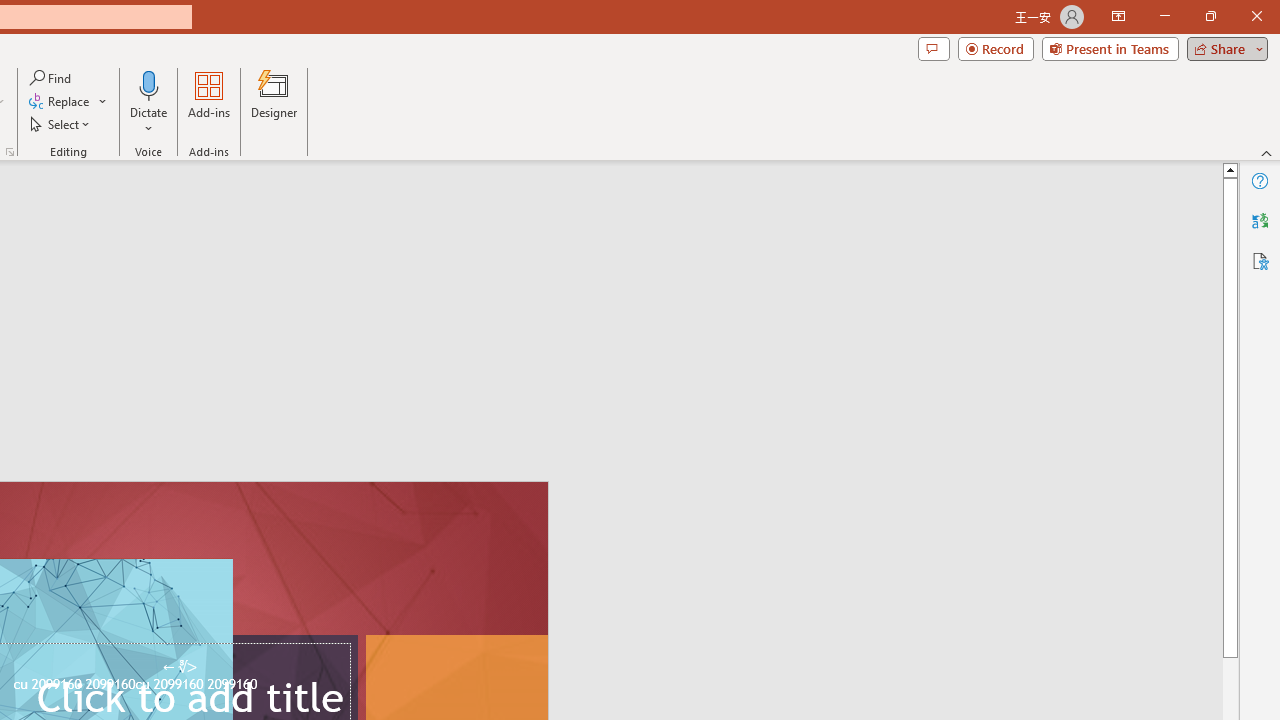 This screenshot has height=720, width=1280. I want to click on 'Format Object...', so click(10, 150).